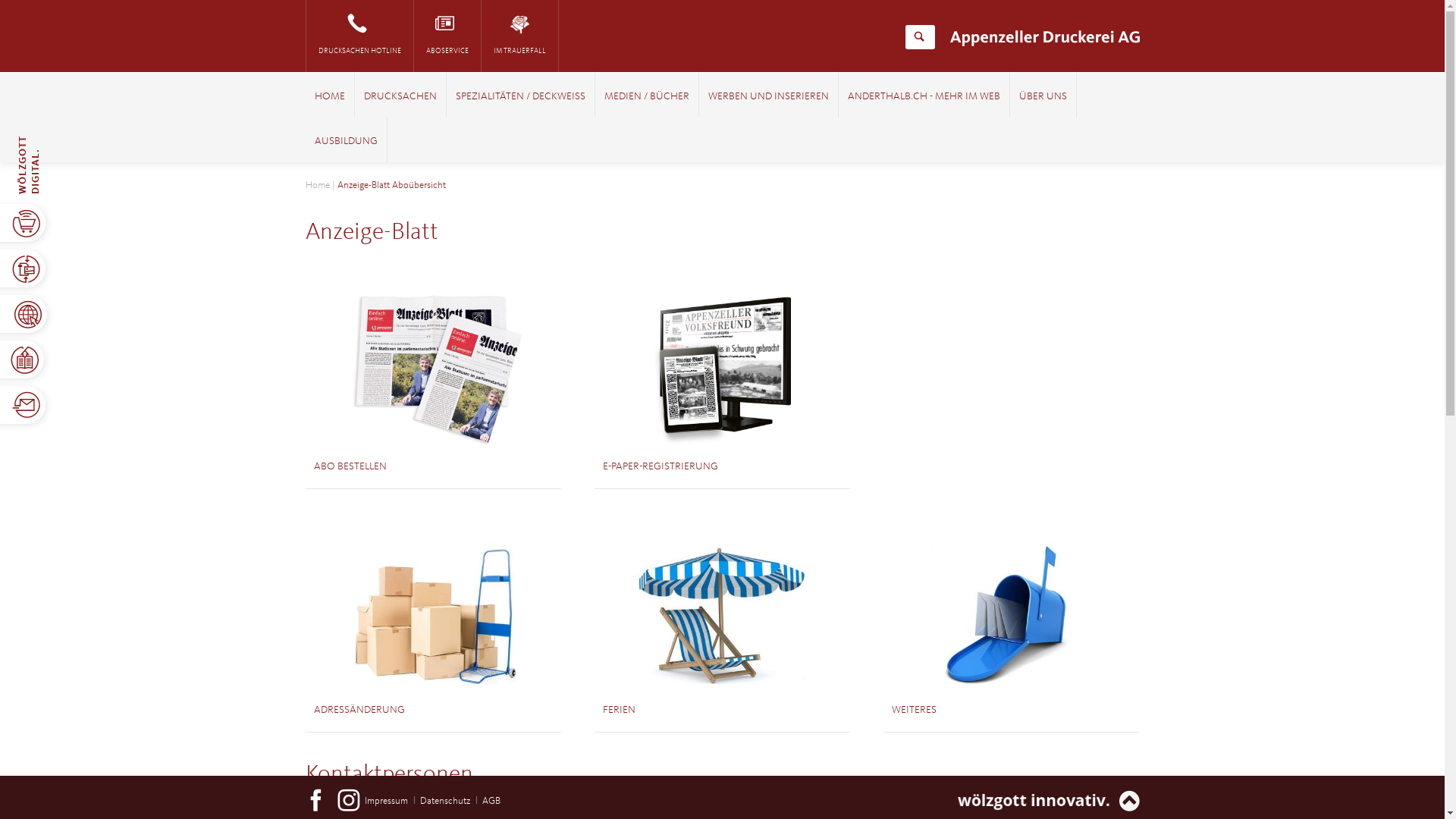  Describe the element at coordinates (918, 36) in the screenshot. I see `'Suchen'` at that location.